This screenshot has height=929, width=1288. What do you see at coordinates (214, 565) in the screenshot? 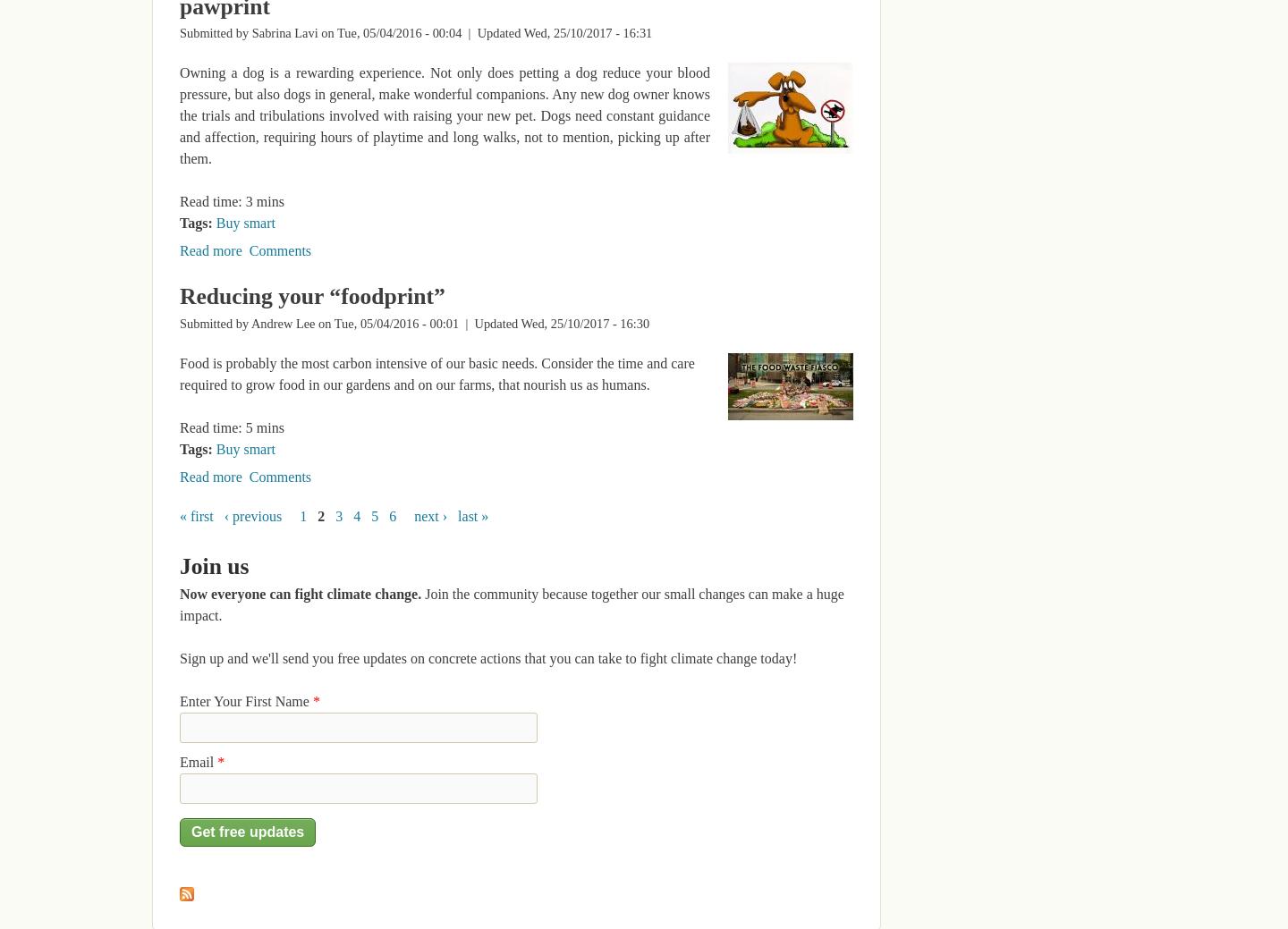
I see `'Join us'` at bounding box center [214, 565].